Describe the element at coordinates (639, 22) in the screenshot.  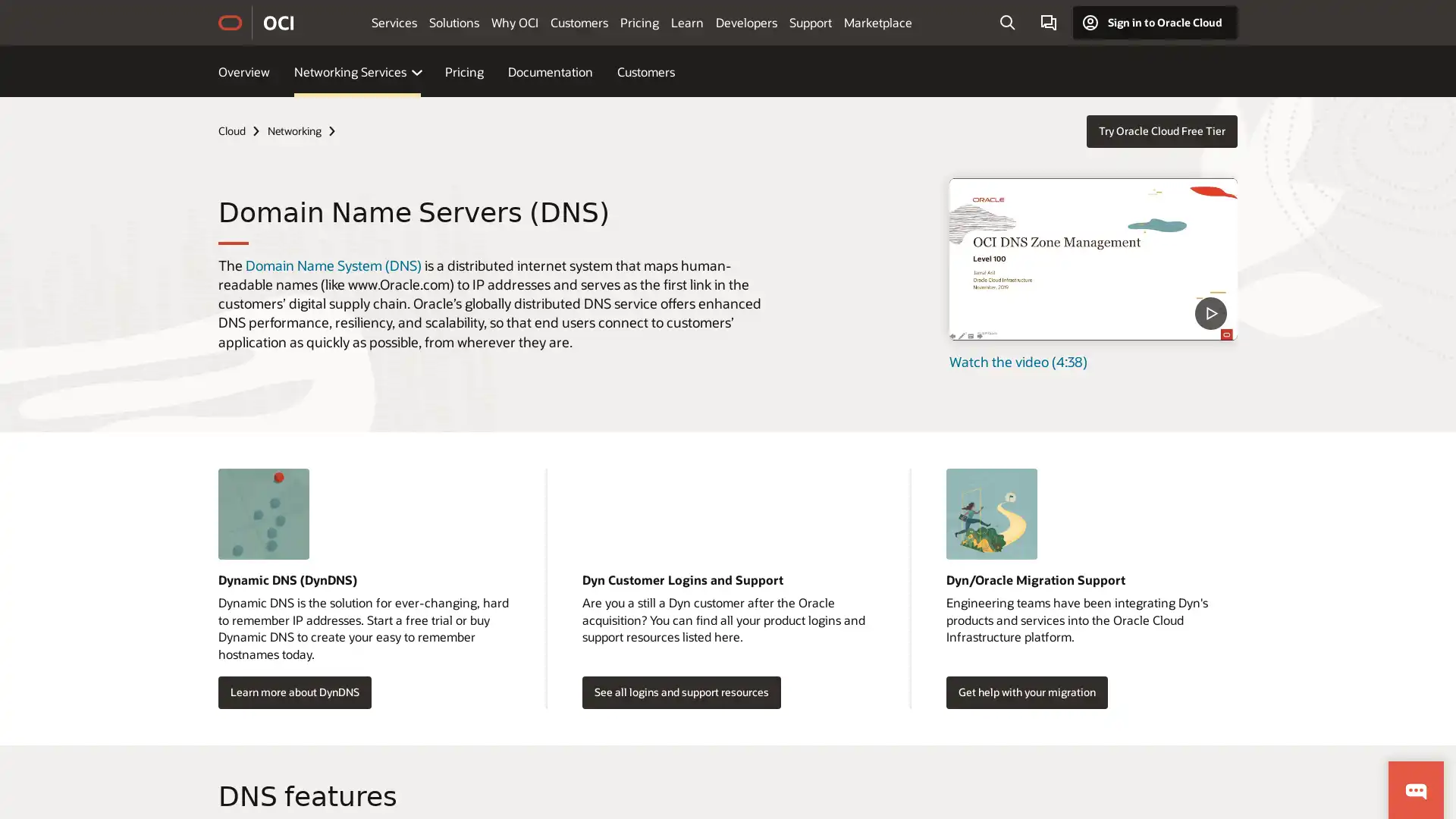
I see `Pricing` at that location.